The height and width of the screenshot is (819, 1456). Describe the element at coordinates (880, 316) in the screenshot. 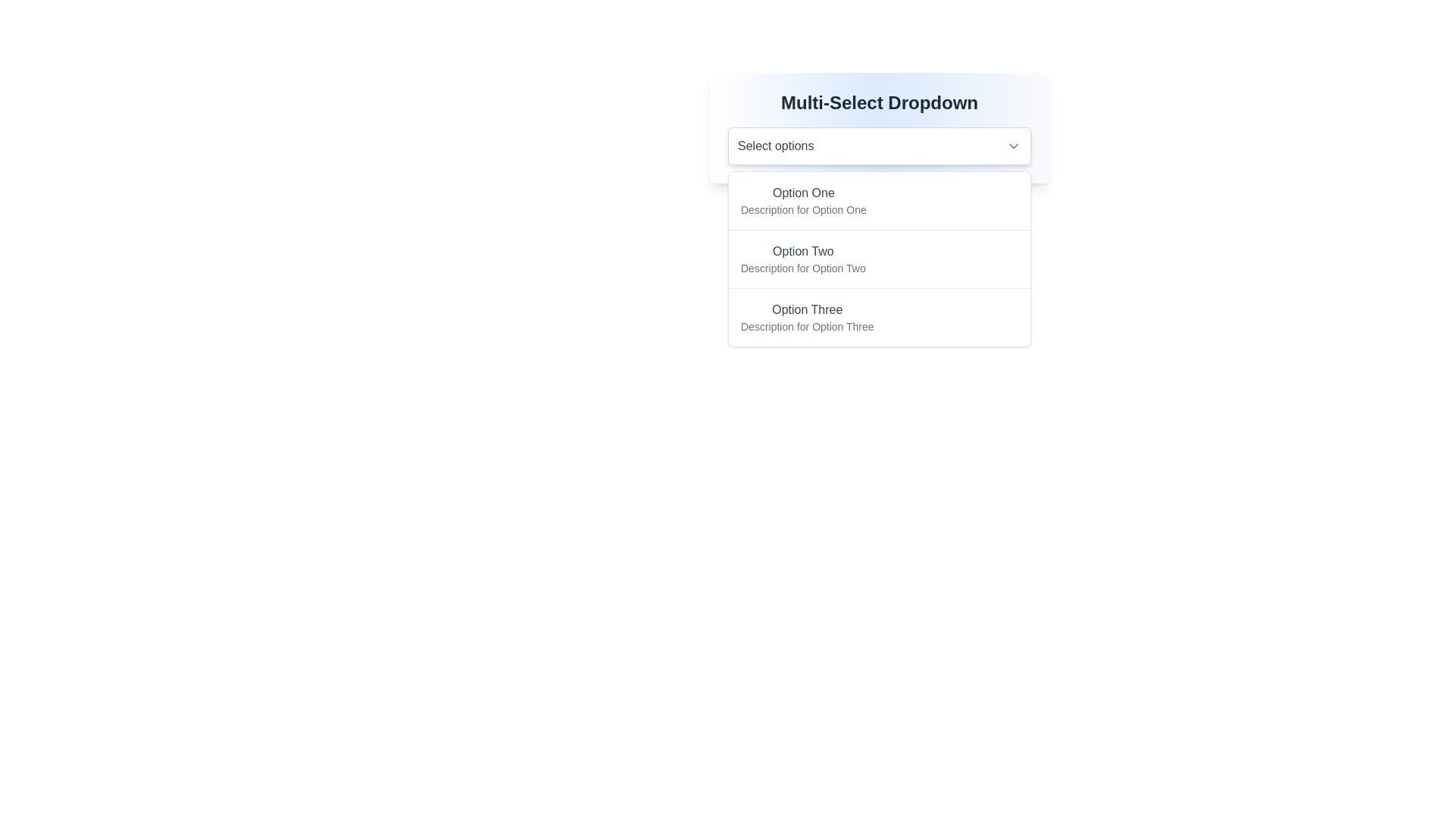

I see `the third option in the 'Multi-Select Dropdown' menu` at that location.